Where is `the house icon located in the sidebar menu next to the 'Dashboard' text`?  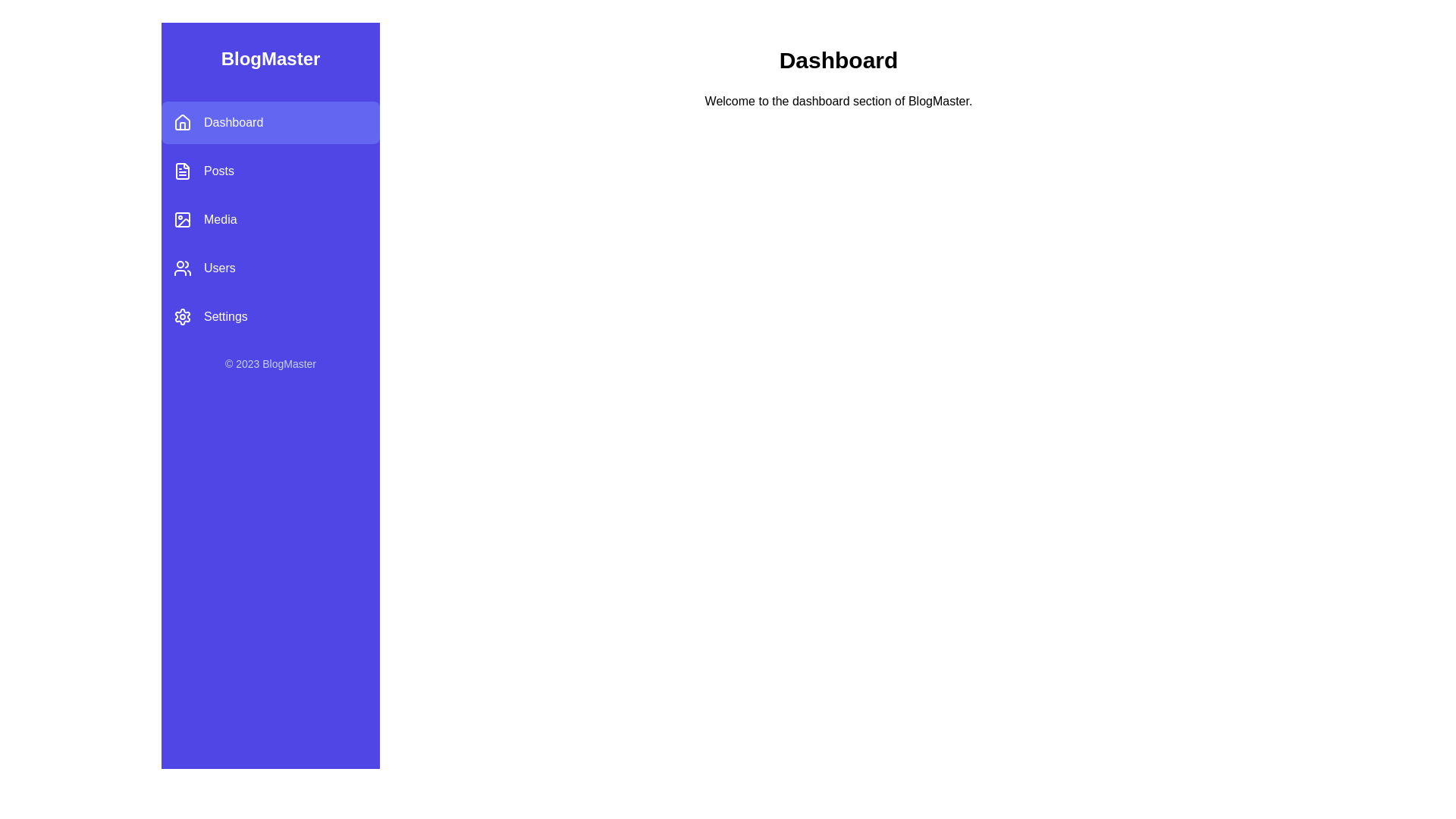
the house icon located in the sidebar menu next to the 'Dashboard' text is located at coordinates (182, 121).